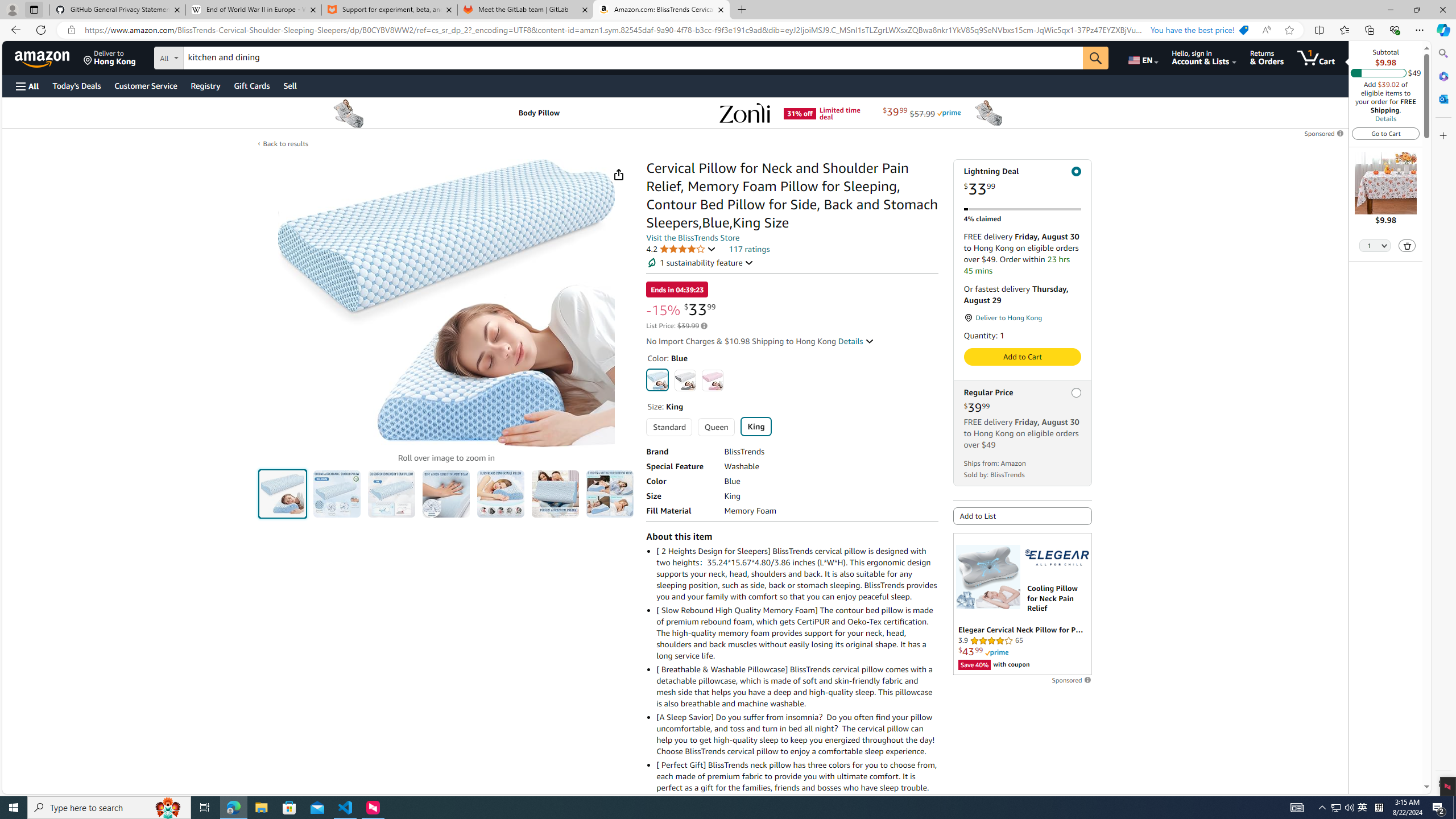  What do you see at coordinates (681, 248) in the screenshot?
I see `'4.2 4.2 out of 5 stars'` at bounding box center [681, 248].